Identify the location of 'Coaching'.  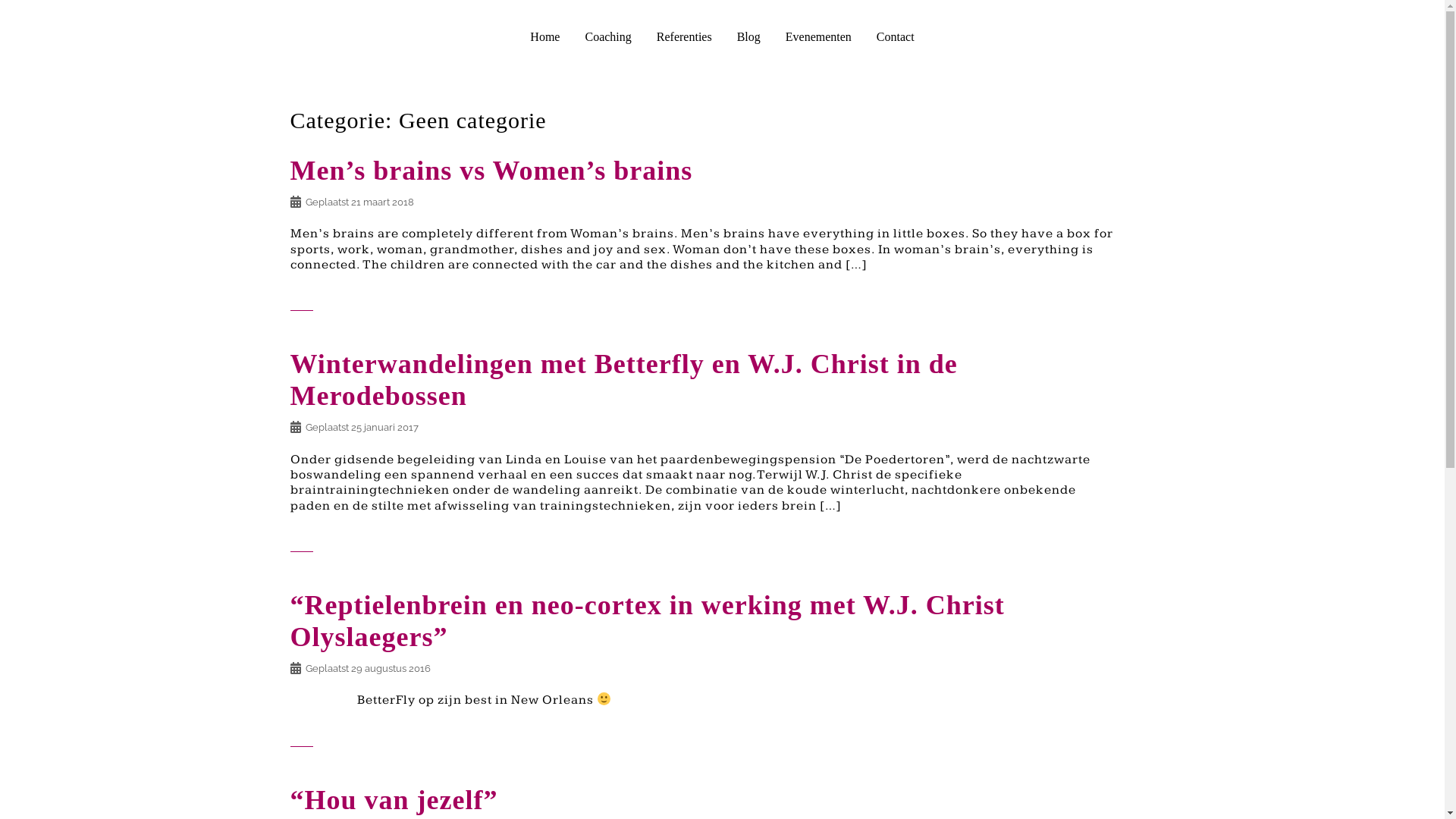
(607, 36).